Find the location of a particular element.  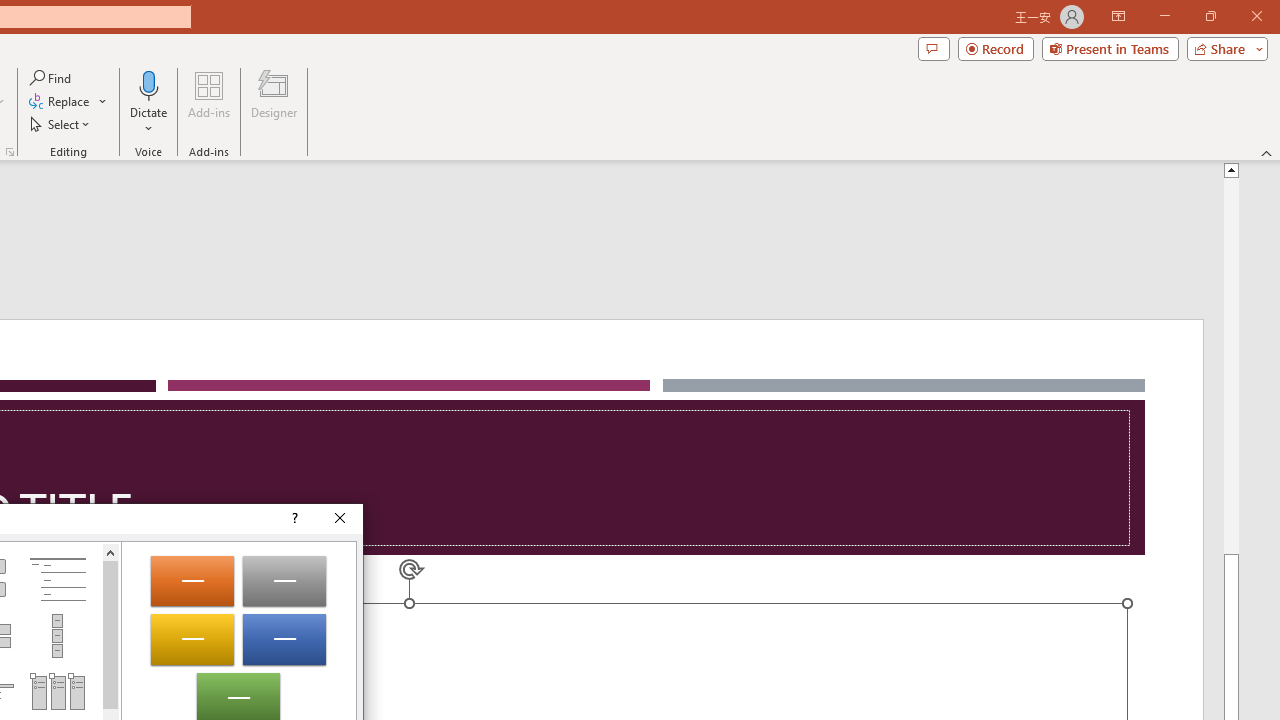

'Dictate' is located at coordinates (148, 103).